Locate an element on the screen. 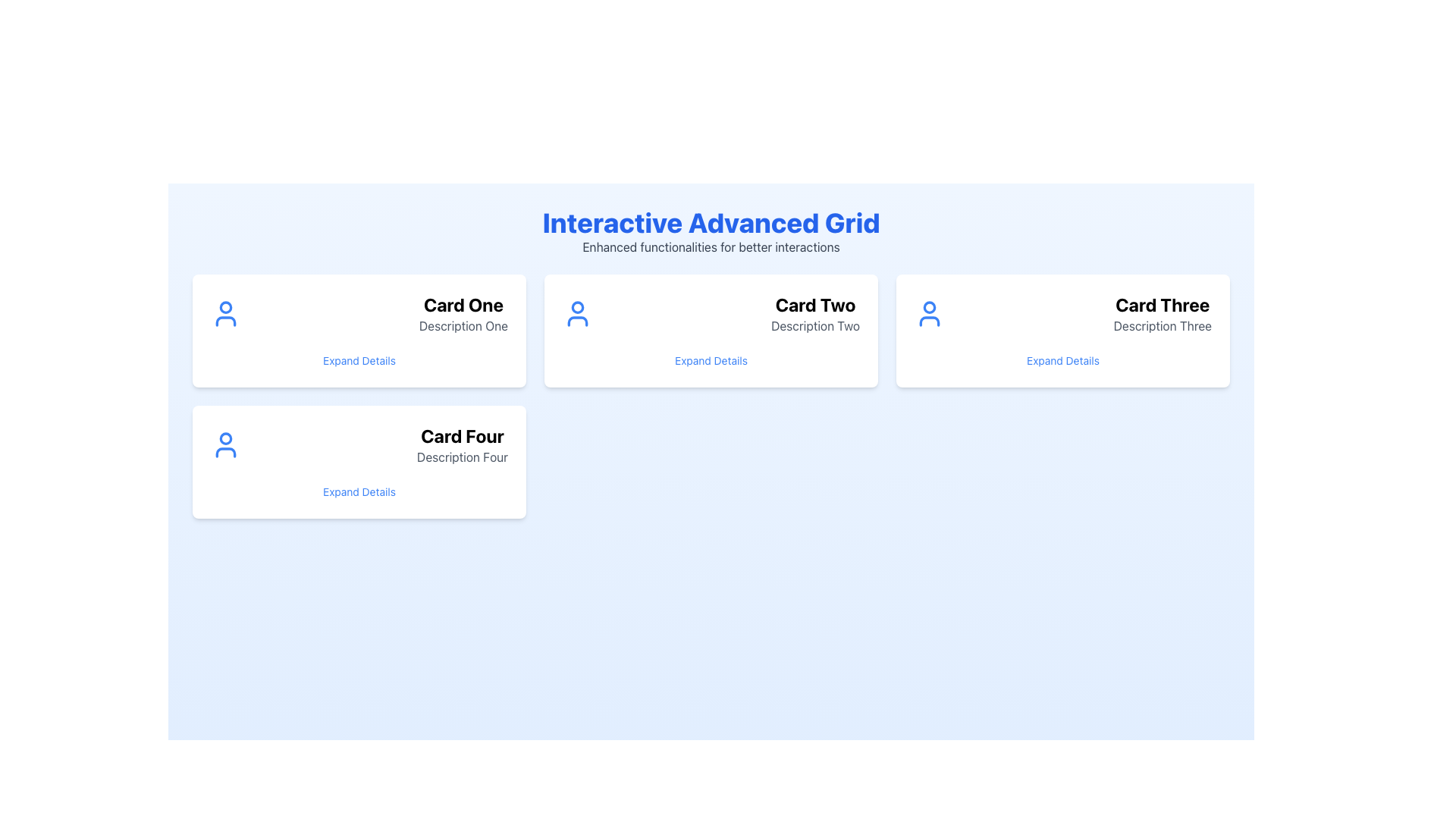  the hyperlink located at the bottom right corner of 'Card Two' is located at coordinates (710, 360).